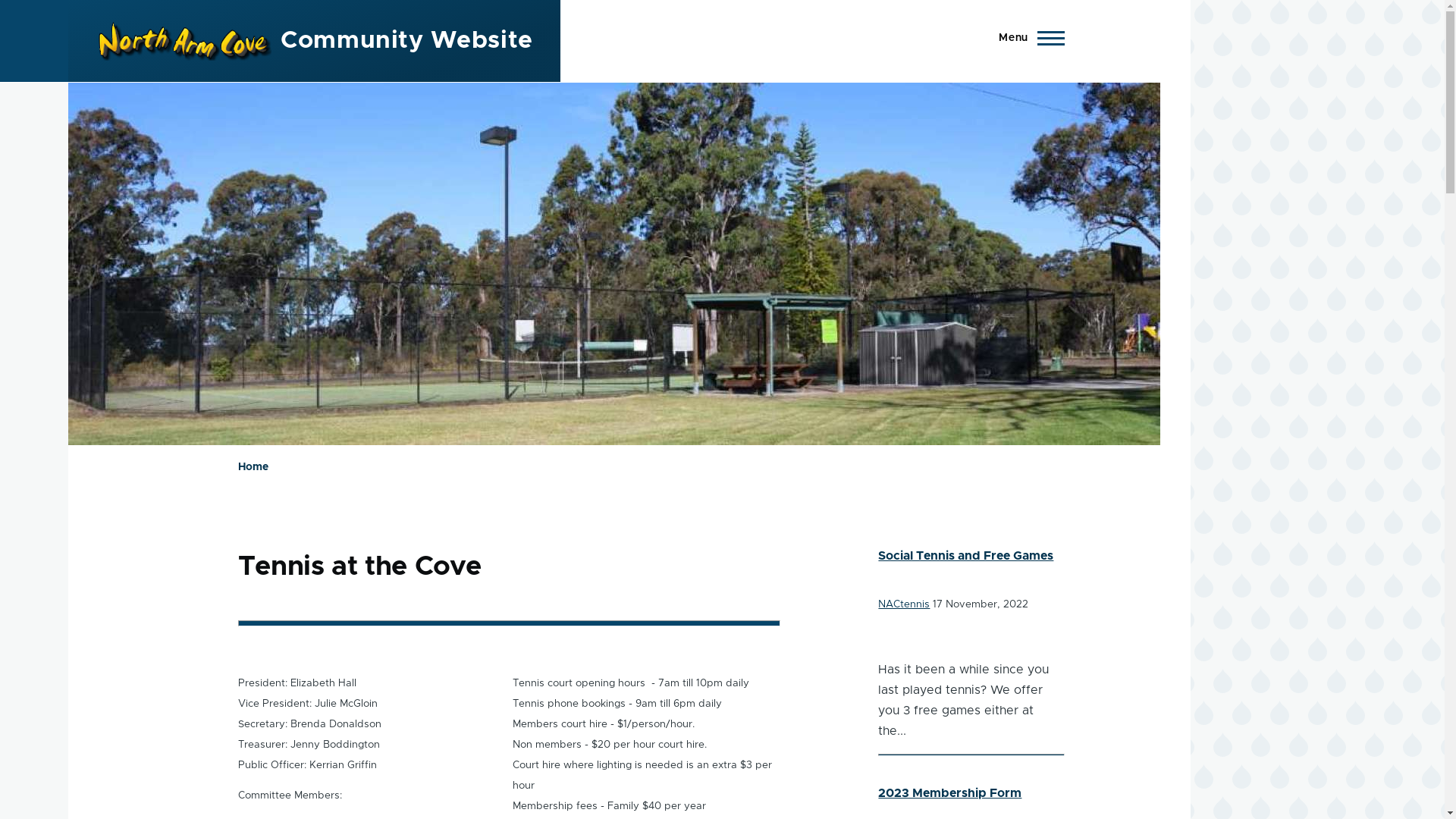 The height and width of the screenshot is (819, 1456). I want to click on 'NACtennis', so click(903, 604).